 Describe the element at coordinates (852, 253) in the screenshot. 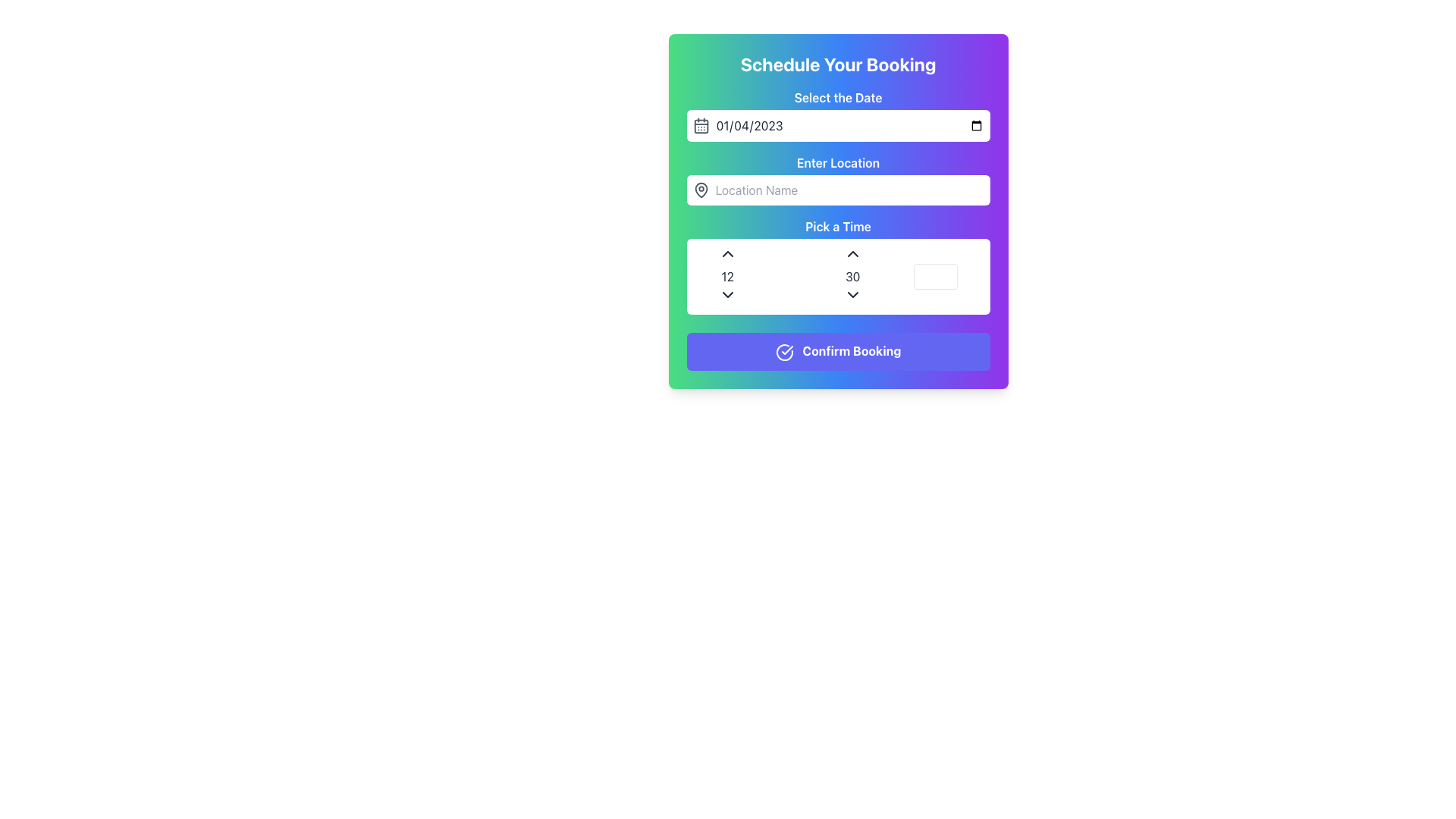

I see `the chevron button that increments the time value from '30' in the time selection interface, located above the number '30' and below the heading 'Pick a Time'` at that location.